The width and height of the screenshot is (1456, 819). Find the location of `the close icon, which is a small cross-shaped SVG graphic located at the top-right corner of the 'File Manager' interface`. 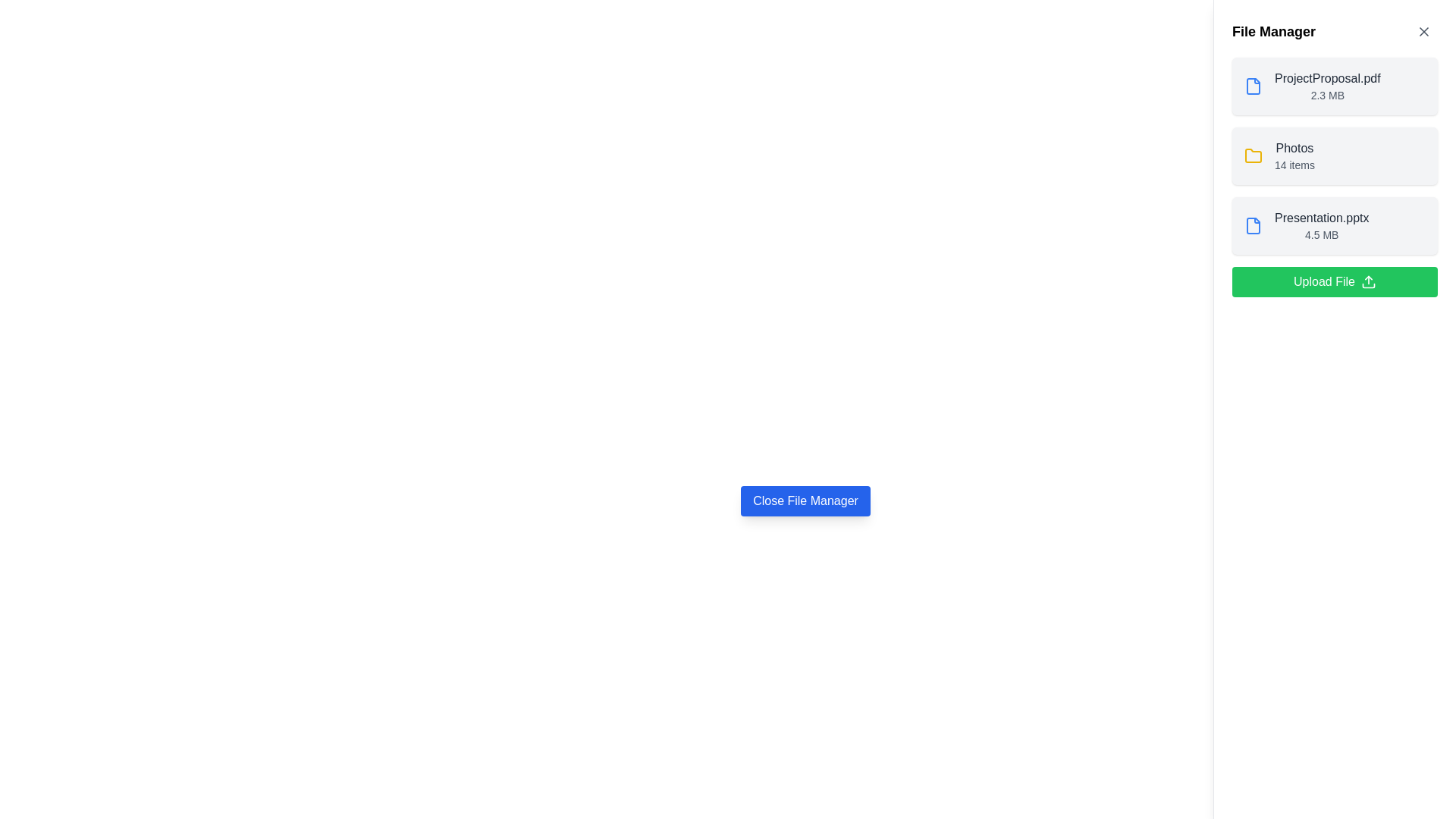

the close icon, which is a small cross-shaped SVG graphic located at the top-right corner of the 'File Manager' interface is located at coordinates (1423, 32).